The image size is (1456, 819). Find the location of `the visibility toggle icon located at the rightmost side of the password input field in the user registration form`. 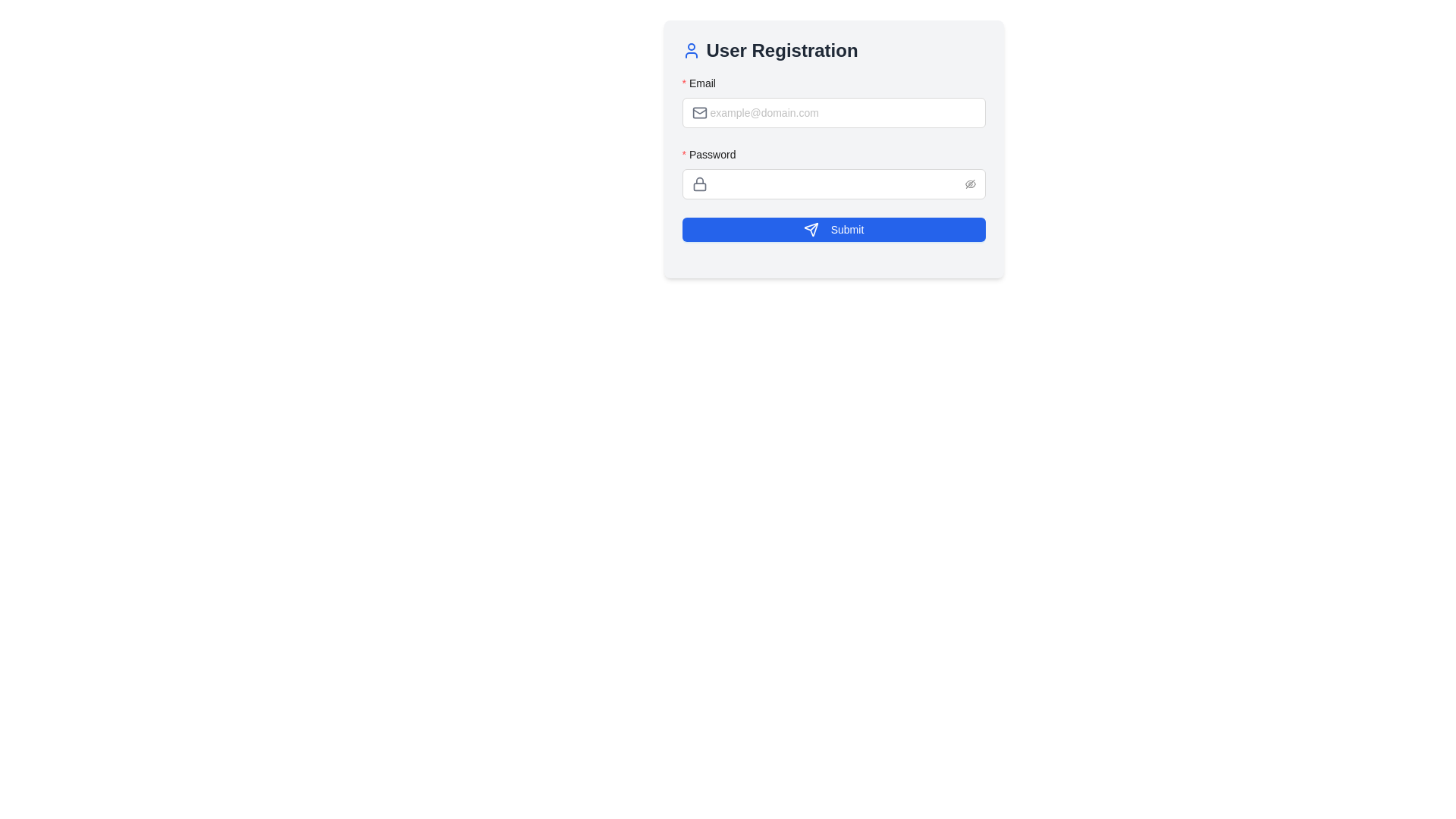

the visibility toggle icon located at the rightmost side of the password input field in the user registration form is located at coordinates (969, 183).